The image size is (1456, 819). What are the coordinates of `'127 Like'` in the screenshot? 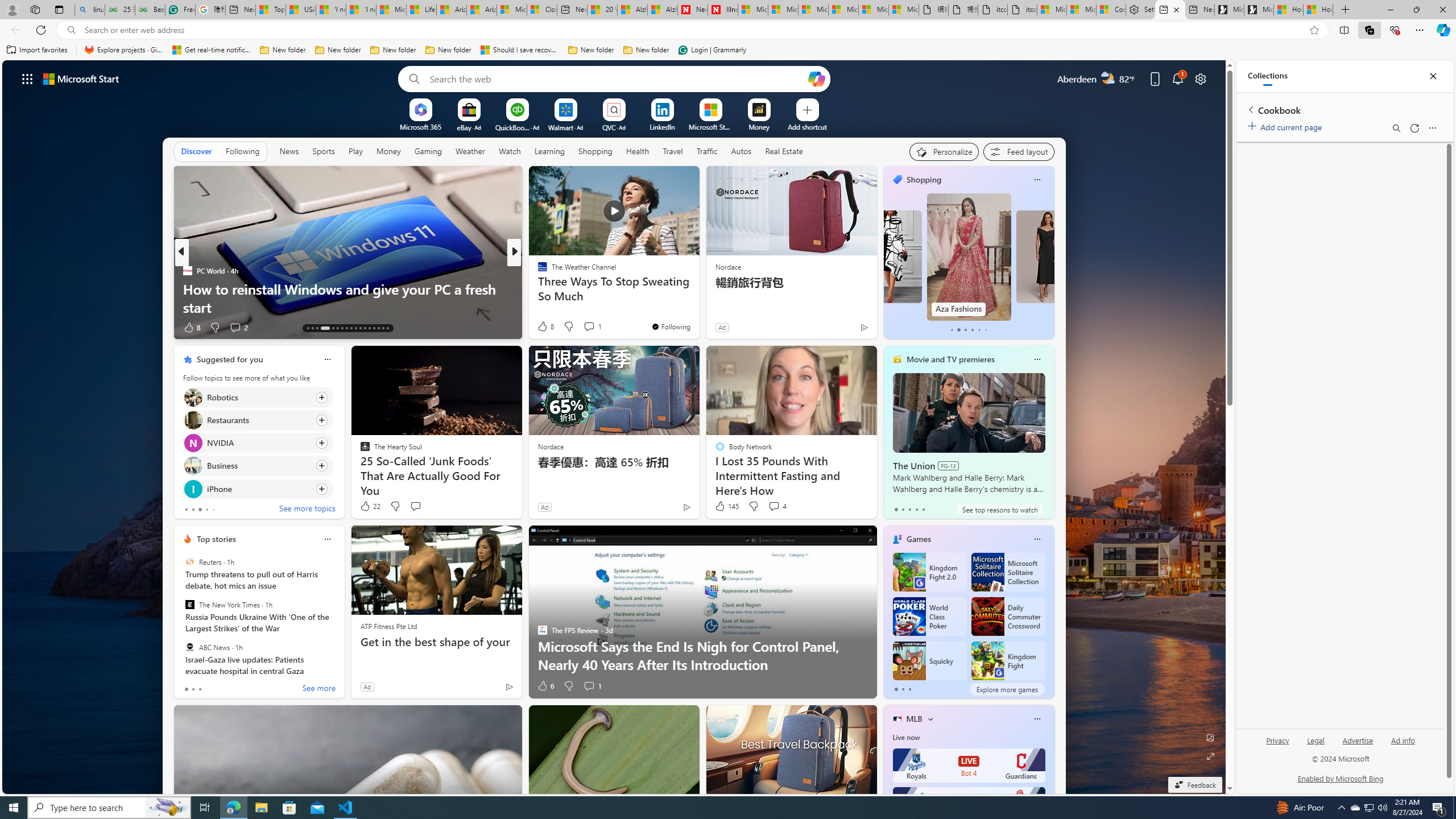 It's located at (544, 327).